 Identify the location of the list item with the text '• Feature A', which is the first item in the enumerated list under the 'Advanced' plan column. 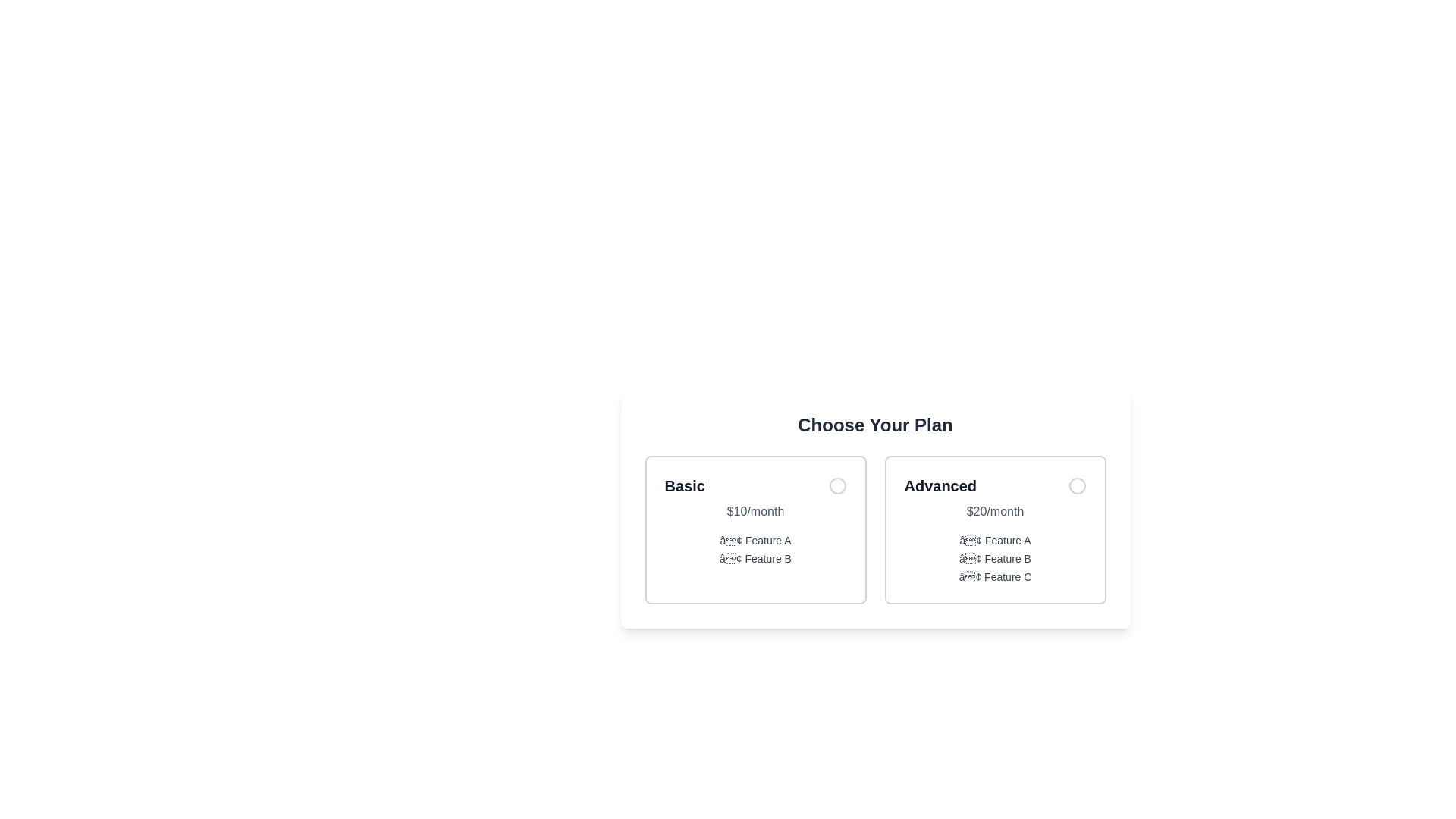
(995, 540).